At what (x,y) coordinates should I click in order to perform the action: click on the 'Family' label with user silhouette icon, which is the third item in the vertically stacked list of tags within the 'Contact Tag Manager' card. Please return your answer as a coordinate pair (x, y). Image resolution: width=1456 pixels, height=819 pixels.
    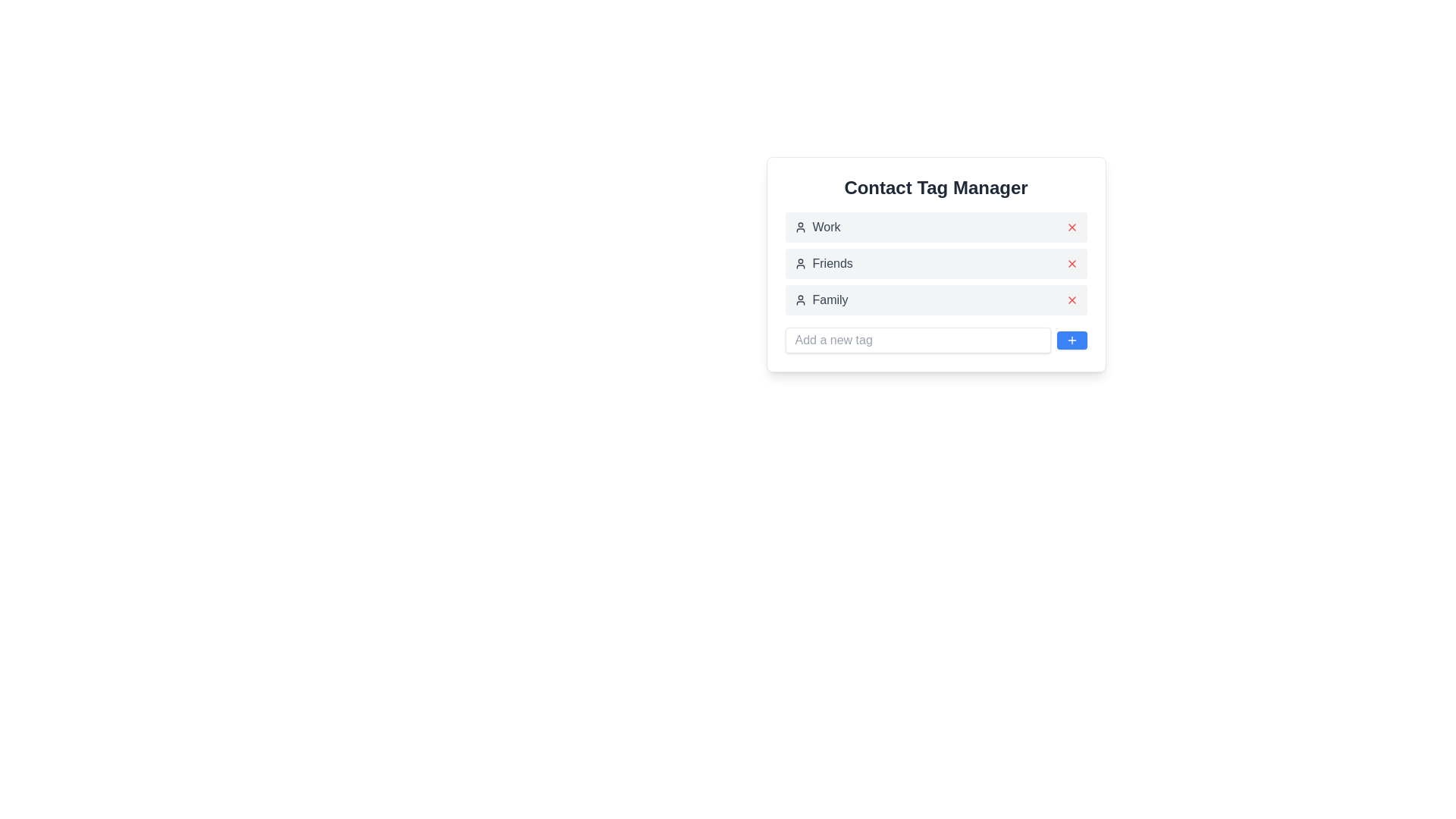
    Looking at the image, I should click on (821, 300).